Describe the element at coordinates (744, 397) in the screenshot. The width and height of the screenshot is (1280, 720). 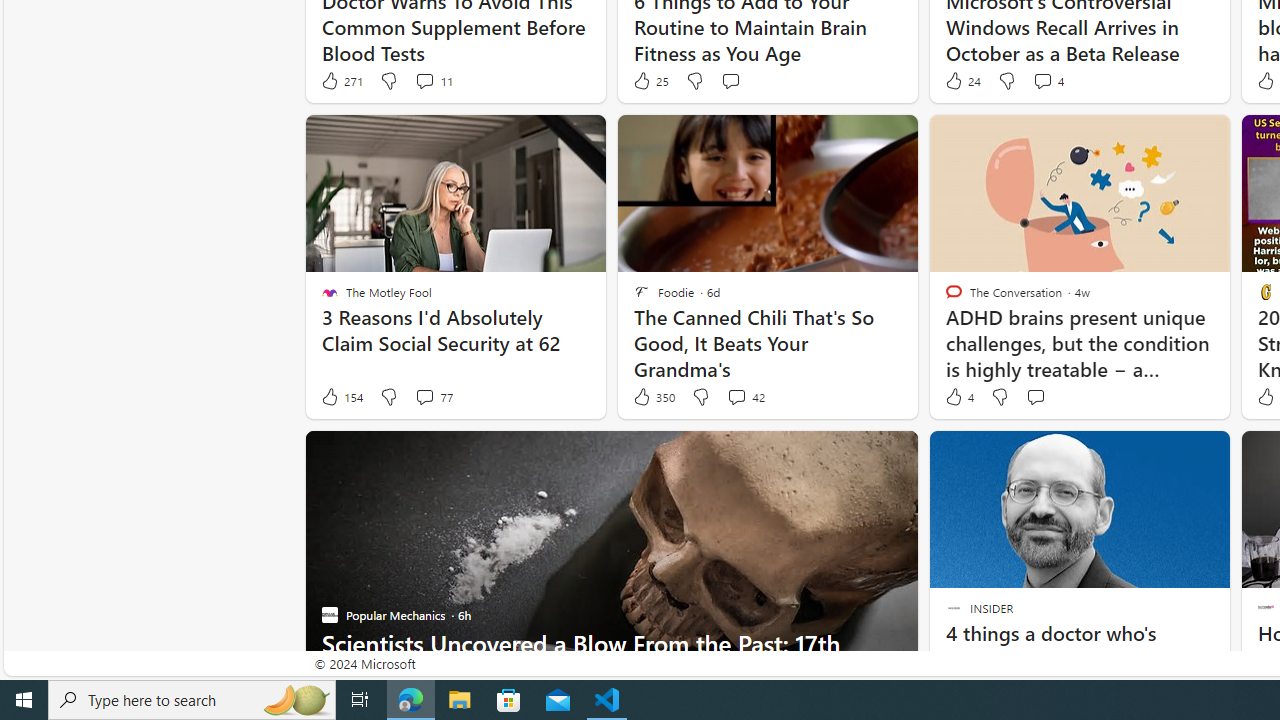
I see `'View comments 42 Comment'` at that location.